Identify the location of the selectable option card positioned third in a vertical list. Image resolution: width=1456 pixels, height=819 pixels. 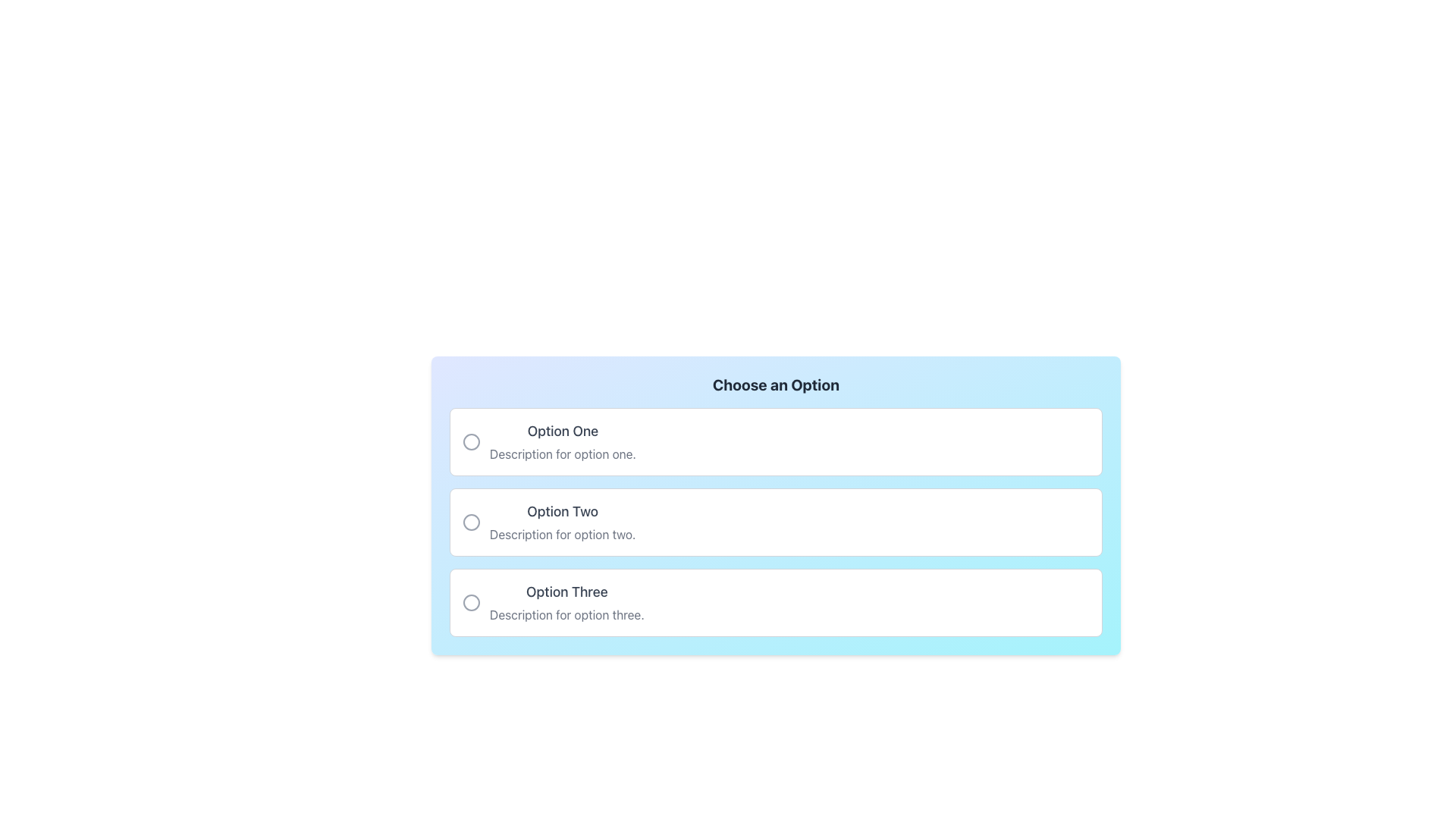
(776, 601).